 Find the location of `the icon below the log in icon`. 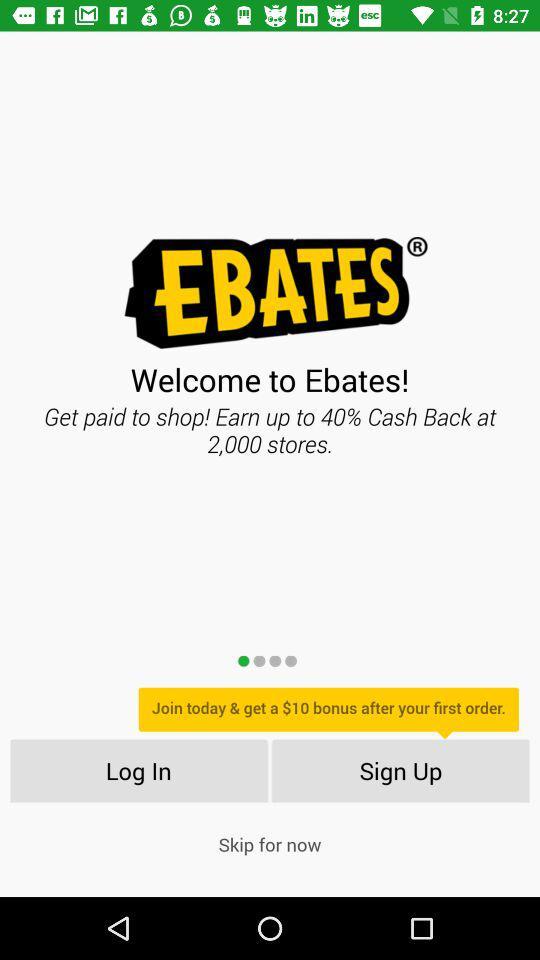

the icon below the log in icon is located at coordinates (270, 843).